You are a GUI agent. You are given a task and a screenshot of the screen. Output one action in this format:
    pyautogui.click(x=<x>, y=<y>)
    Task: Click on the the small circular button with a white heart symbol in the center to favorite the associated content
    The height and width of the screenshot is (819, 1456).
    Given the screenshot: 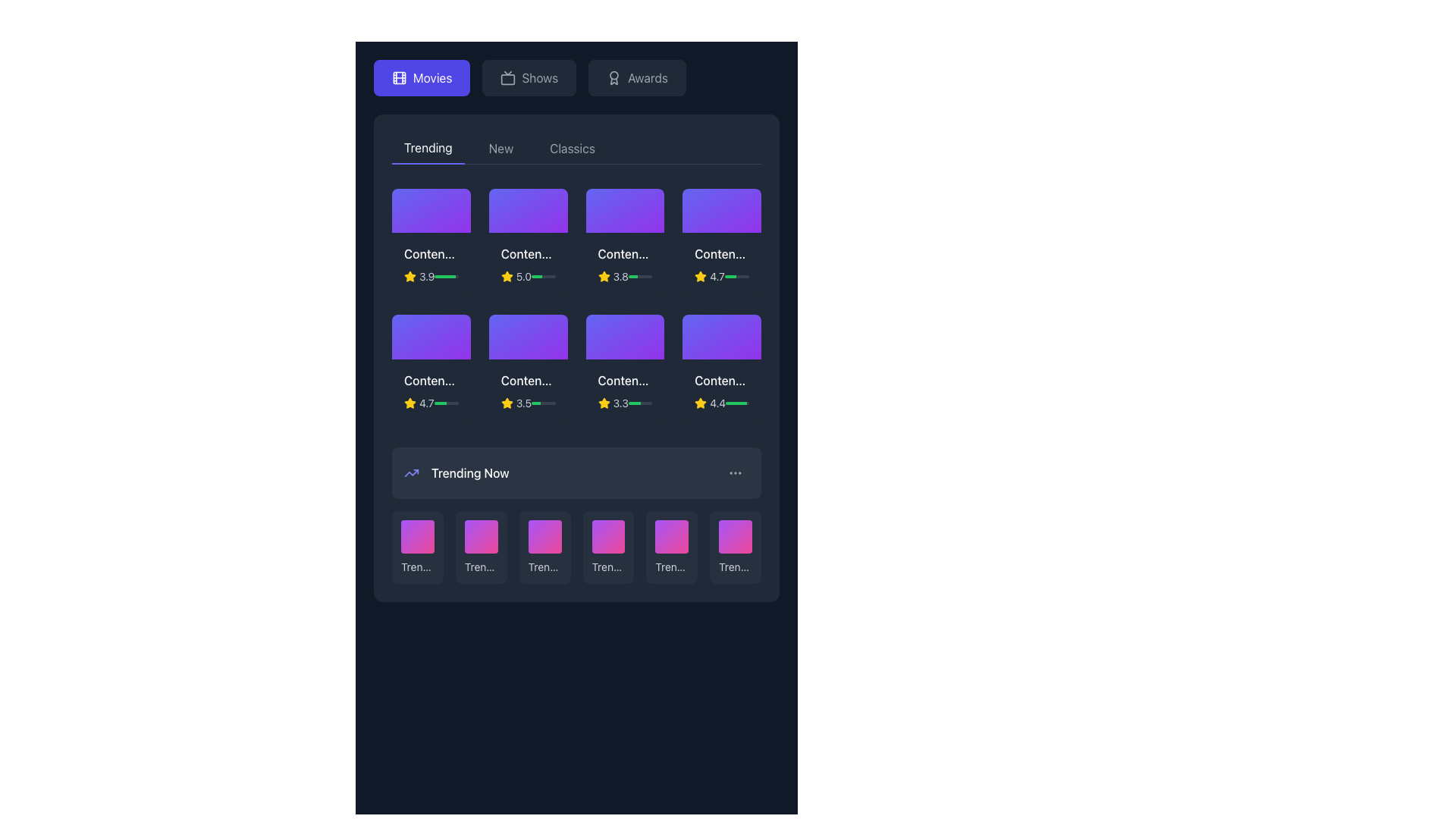 What is the action you would take?
    pyautogui.click(x=745, y=203)
    